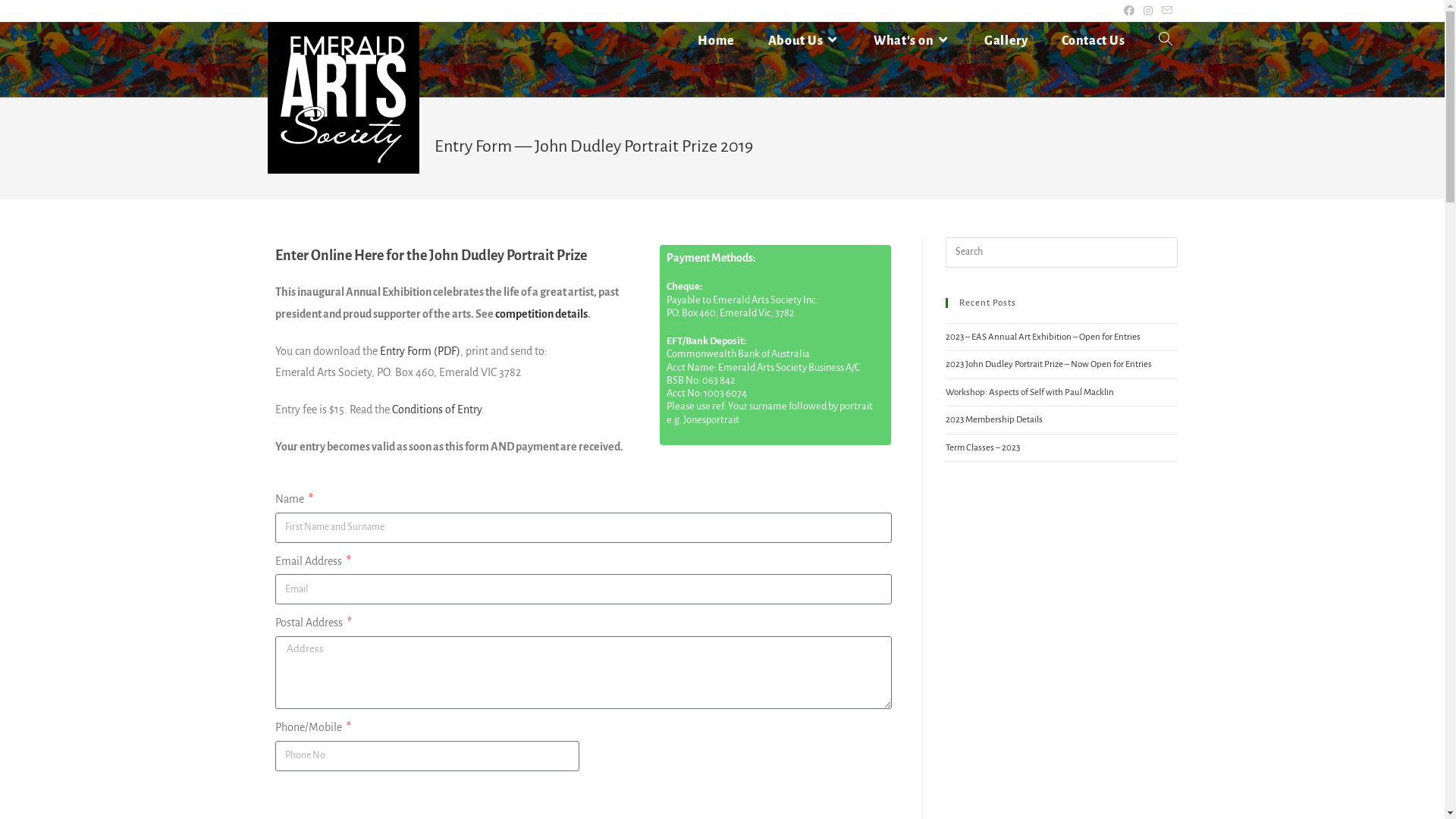  What do you see at coordinates (1043, 40) in the screenshot?
I see `'Contact Us'` at bounding box center [1043, 40].